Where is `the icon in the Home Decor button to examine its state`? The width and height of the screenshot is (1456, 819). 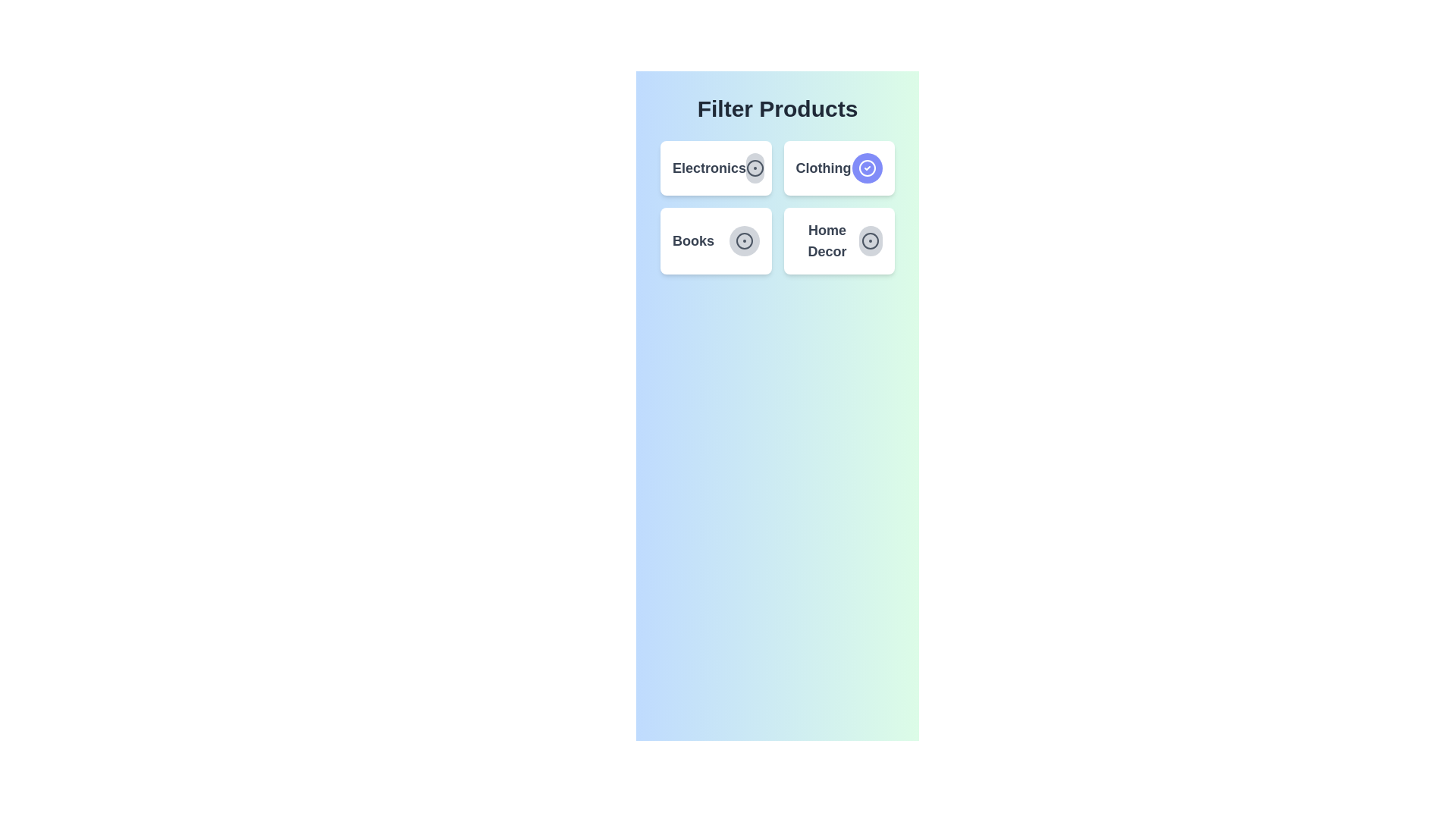
the icon in the Home Decor button to examine its state is located at coordinates (871, 240).